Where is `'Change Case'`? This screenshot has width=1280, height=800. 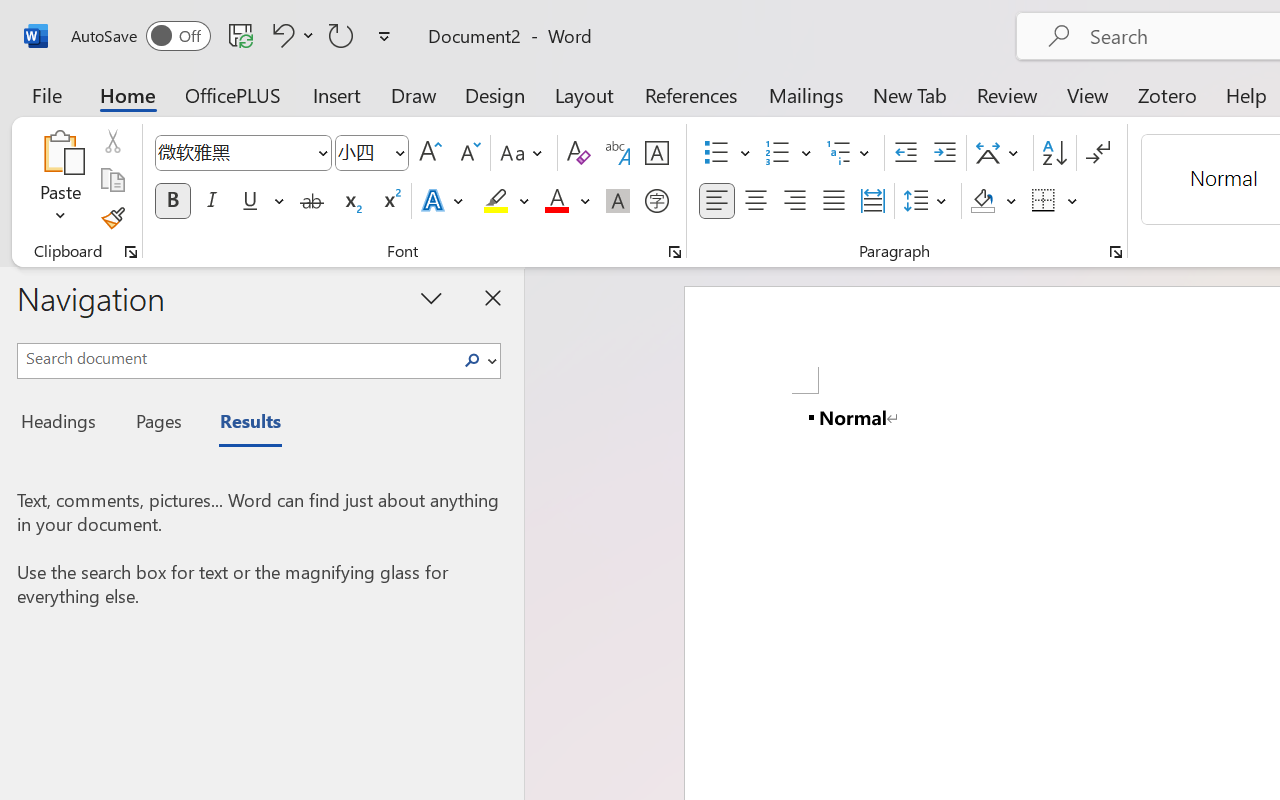
'Change Case' is located at coordinates (524, 153).